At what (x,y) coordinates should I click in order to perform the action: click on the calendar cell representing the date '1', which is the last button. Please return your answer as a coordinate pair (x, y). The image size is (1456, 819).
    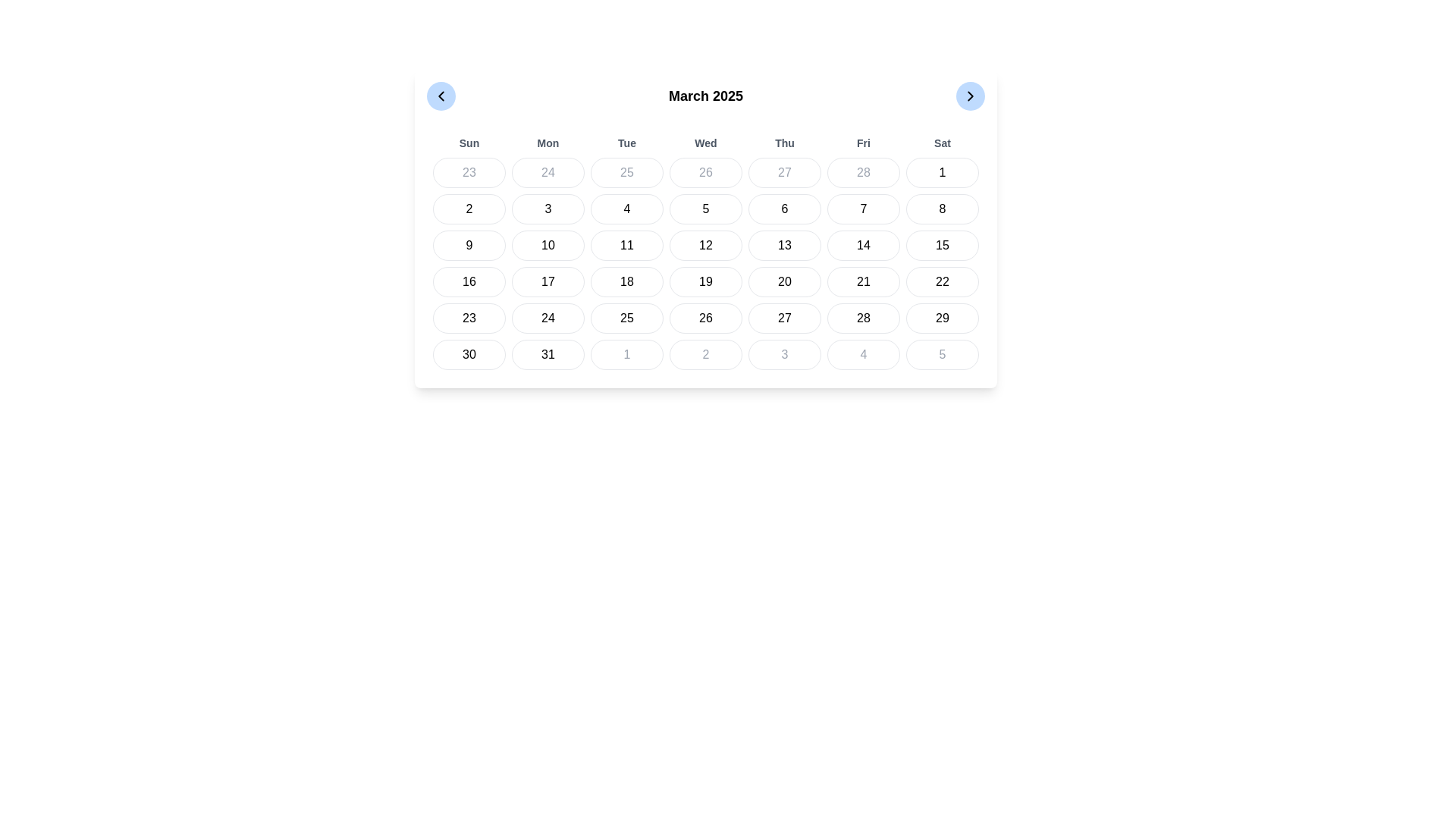
    Looking at the image, I should click on (942, 171).